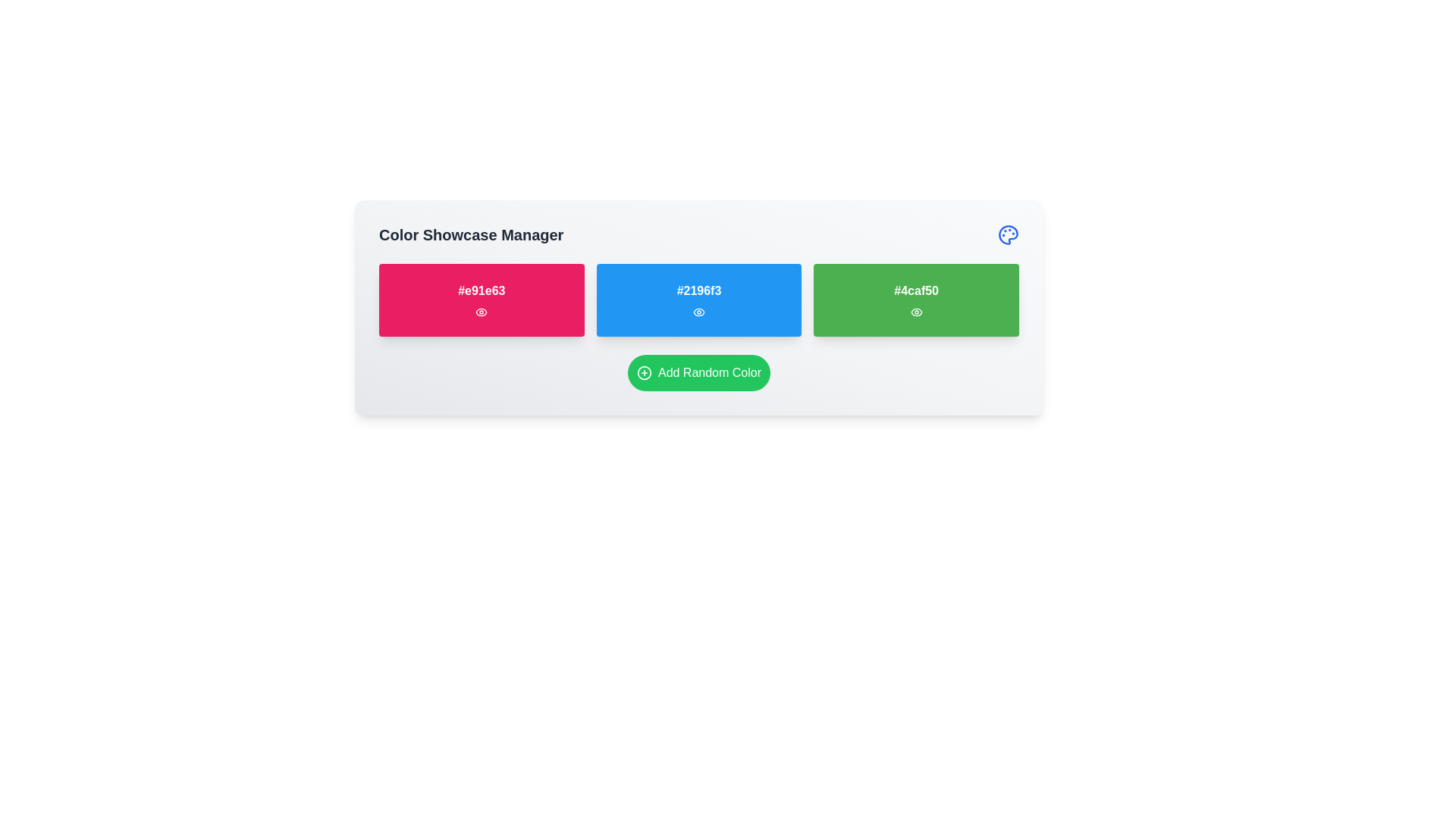 The image size is (1456, 819). What do you see at coordinates (1008, 234) in the screenshot?
I see `the color palette icon located in the top-right corner of the 'Color Showcase Manager' panel, next to the header text` at bounding box center [1008, 234].